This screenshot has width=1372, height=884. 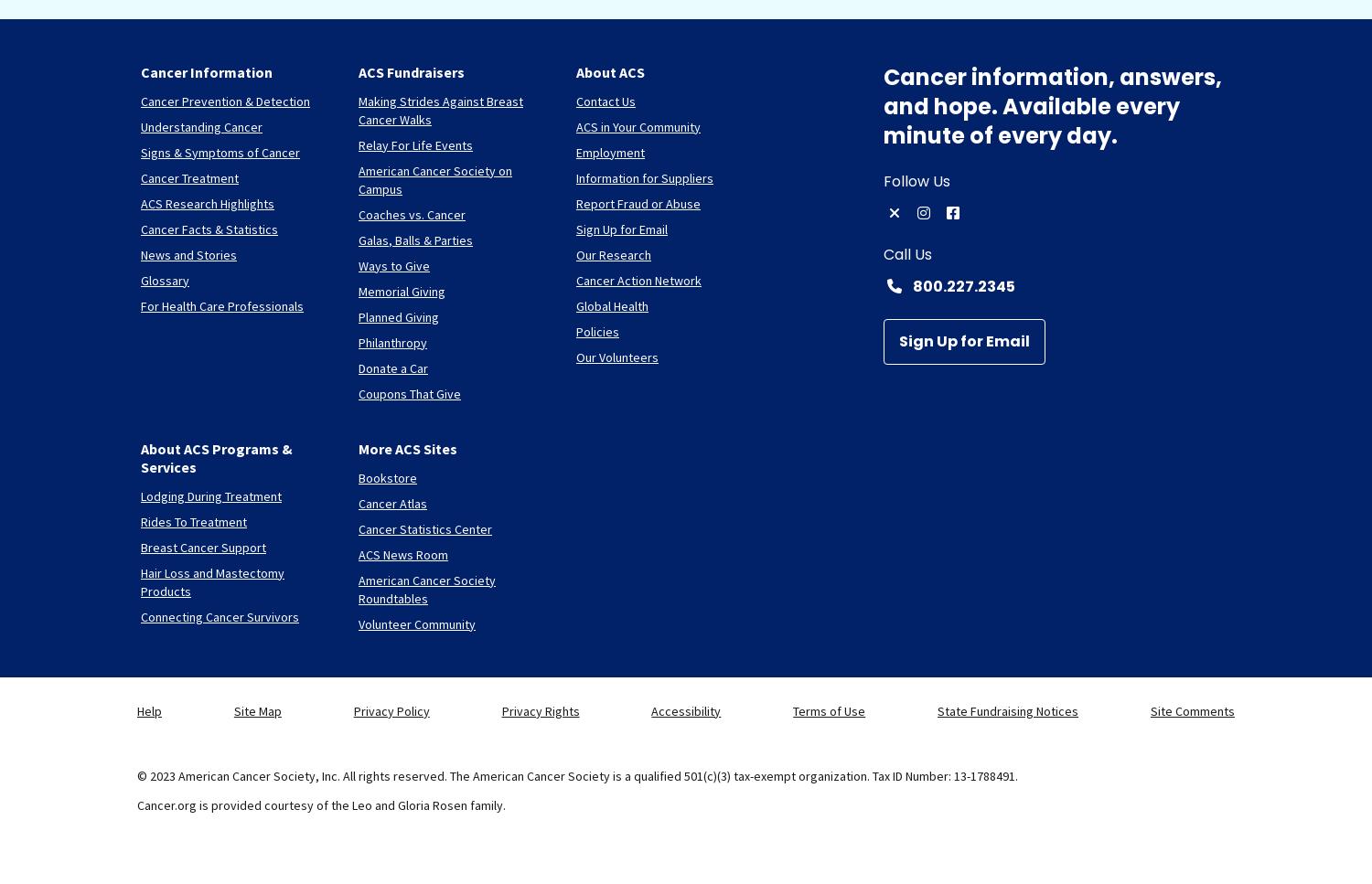 What do you see at coordinates (637, 124) in the screenshot?
I see `'ACS in Your Community'` at bounding box center [637, 124].